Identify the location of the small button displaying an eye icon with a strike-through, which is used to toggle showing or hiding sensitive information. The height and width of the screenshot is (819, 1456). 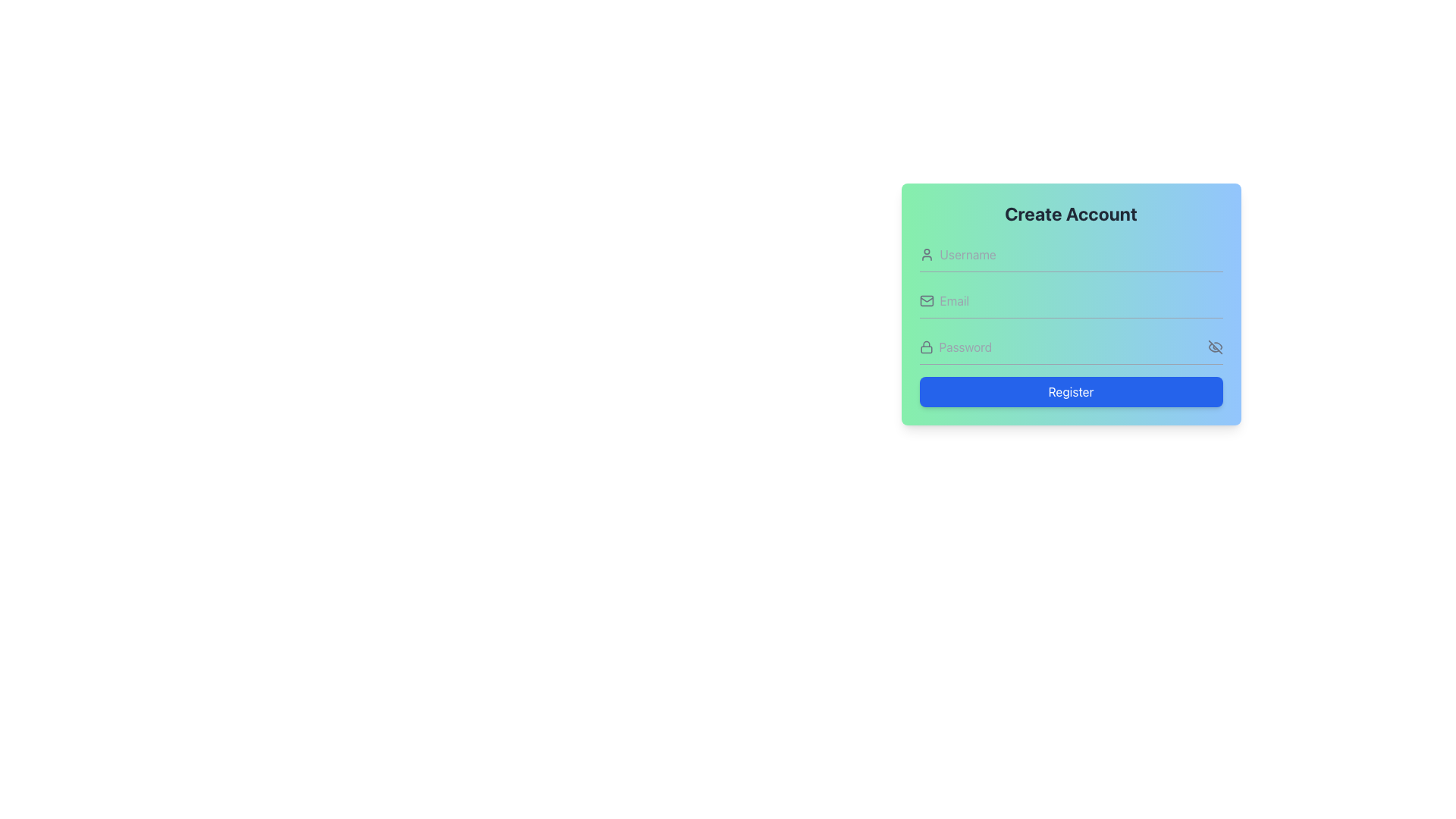
(1215, 347).